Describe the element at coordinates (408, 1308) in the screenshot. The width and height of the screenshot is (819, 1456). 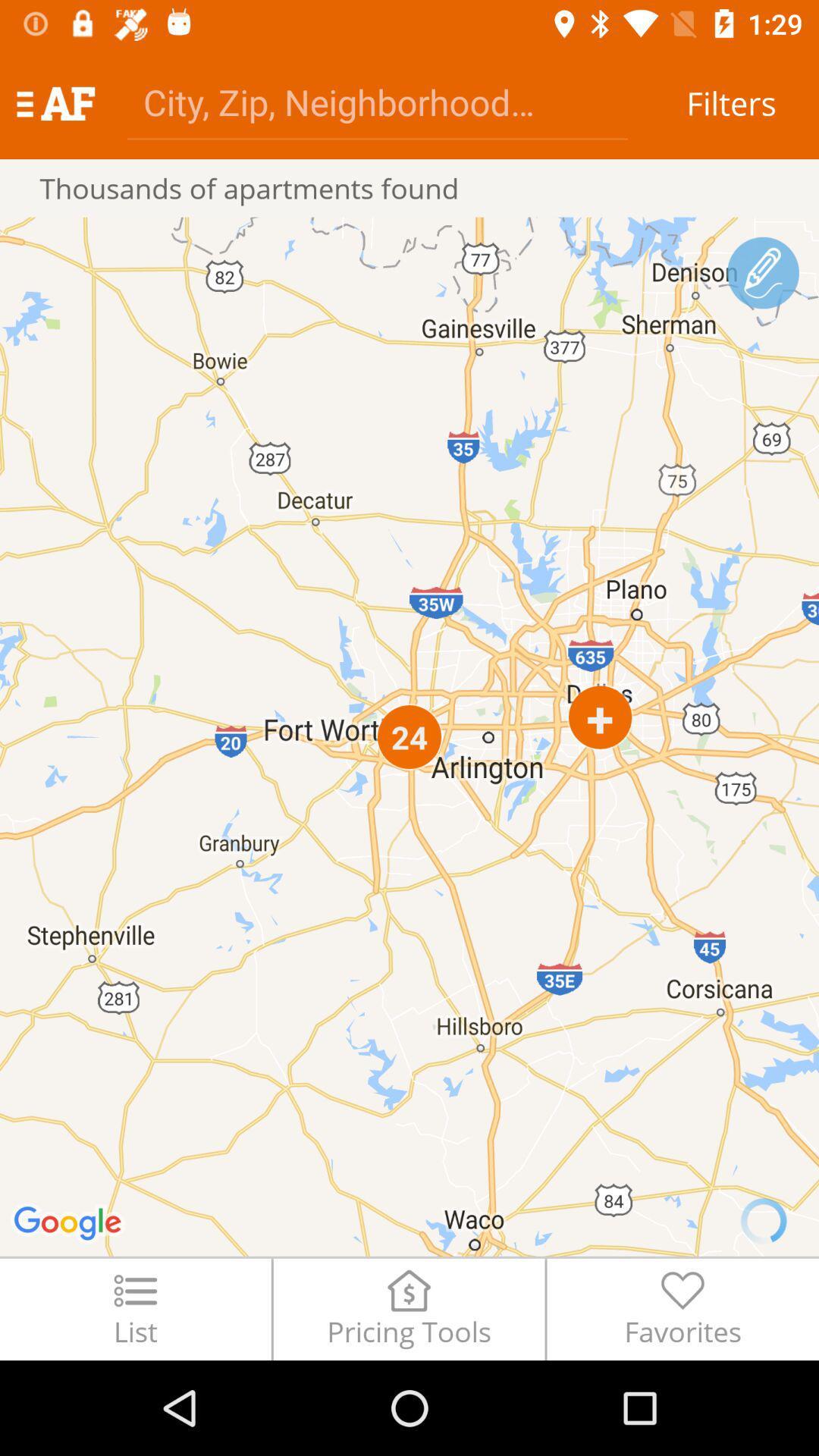
I see `the item next to list icon` at that location.